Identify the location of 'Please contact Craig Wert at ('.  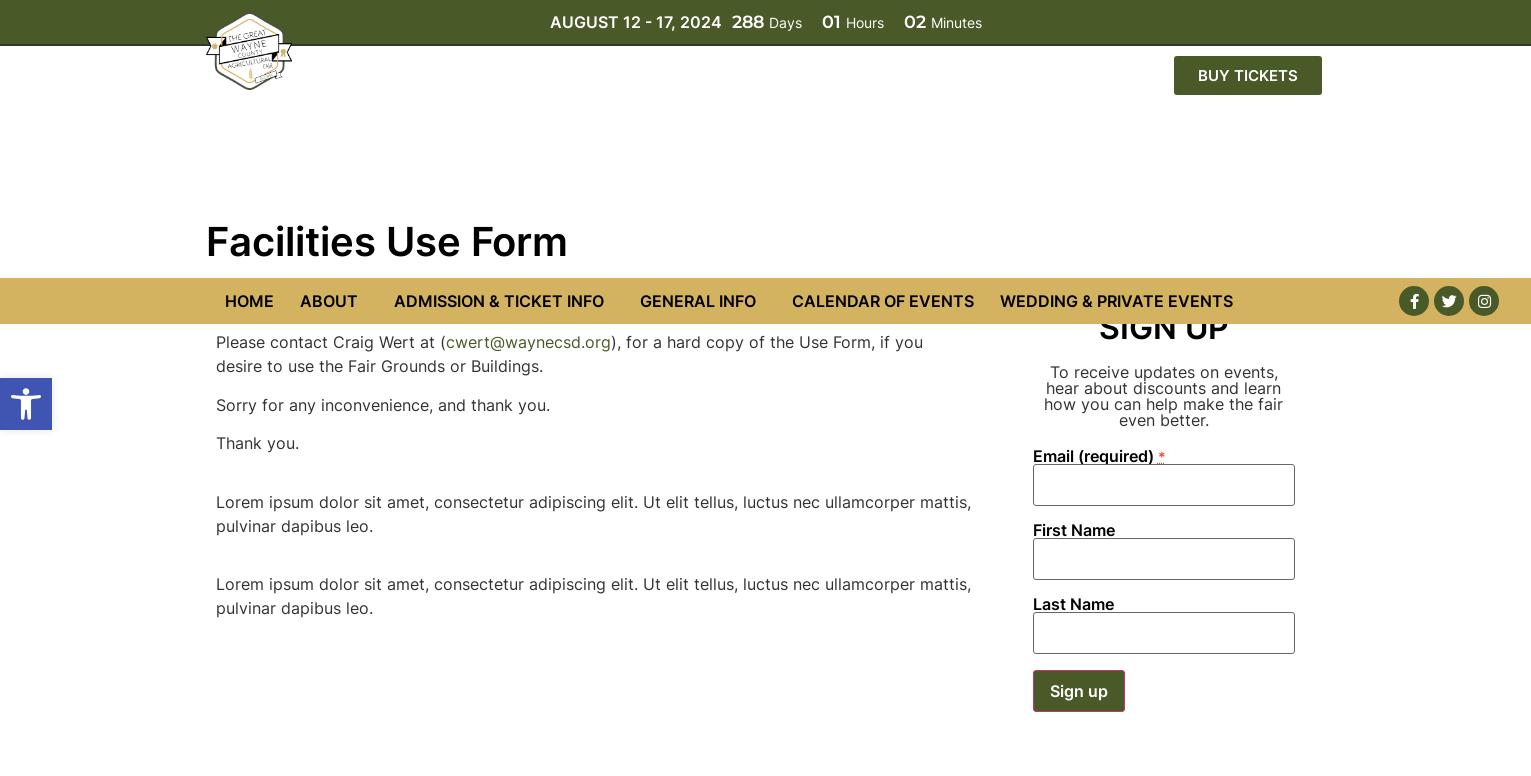
(328, 63).